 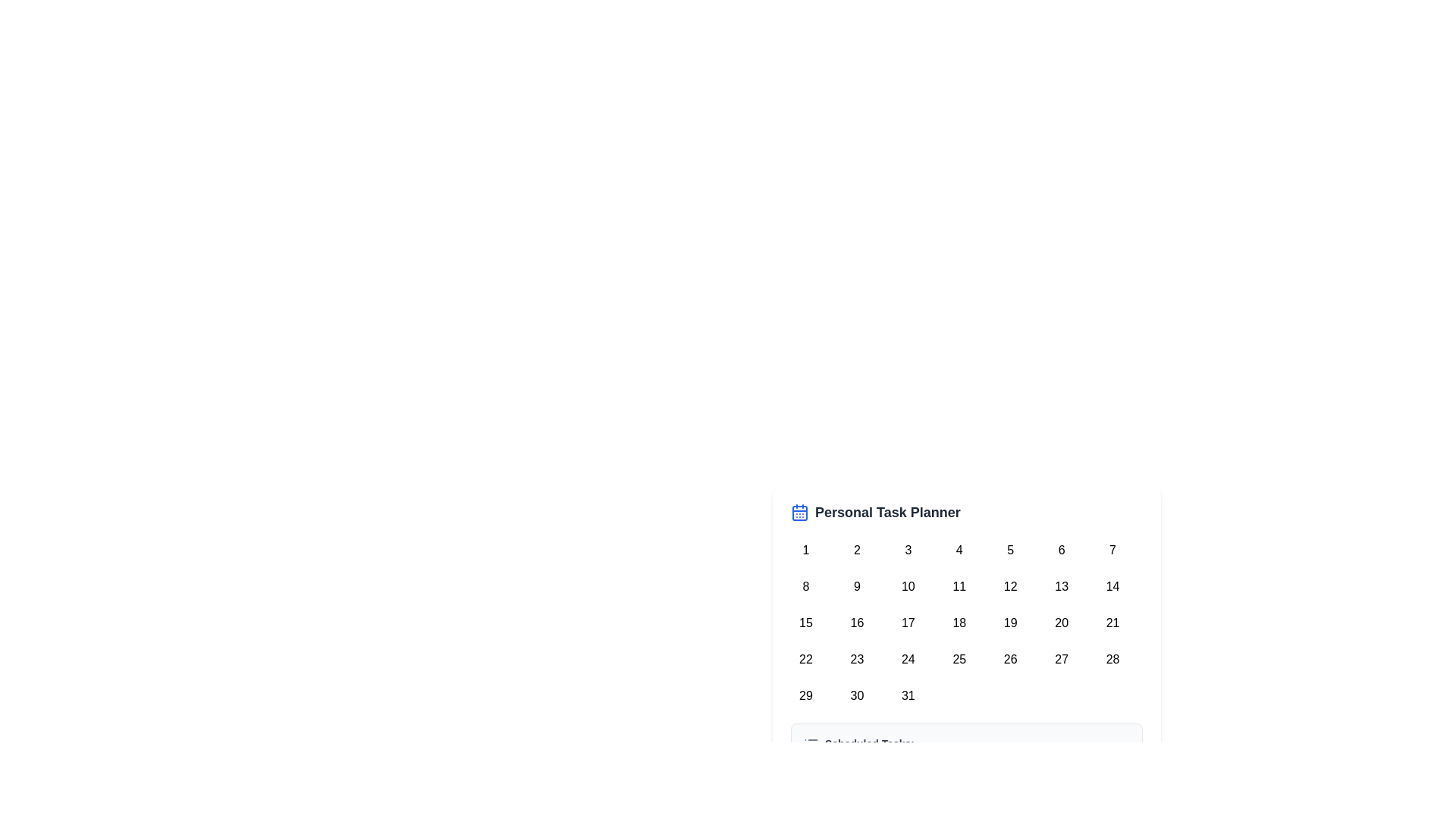 I want to click on the blue calendar icon located to the left of the 'Personal Task Planner' text at the top of the calendar display, so click(x=799, y=512).